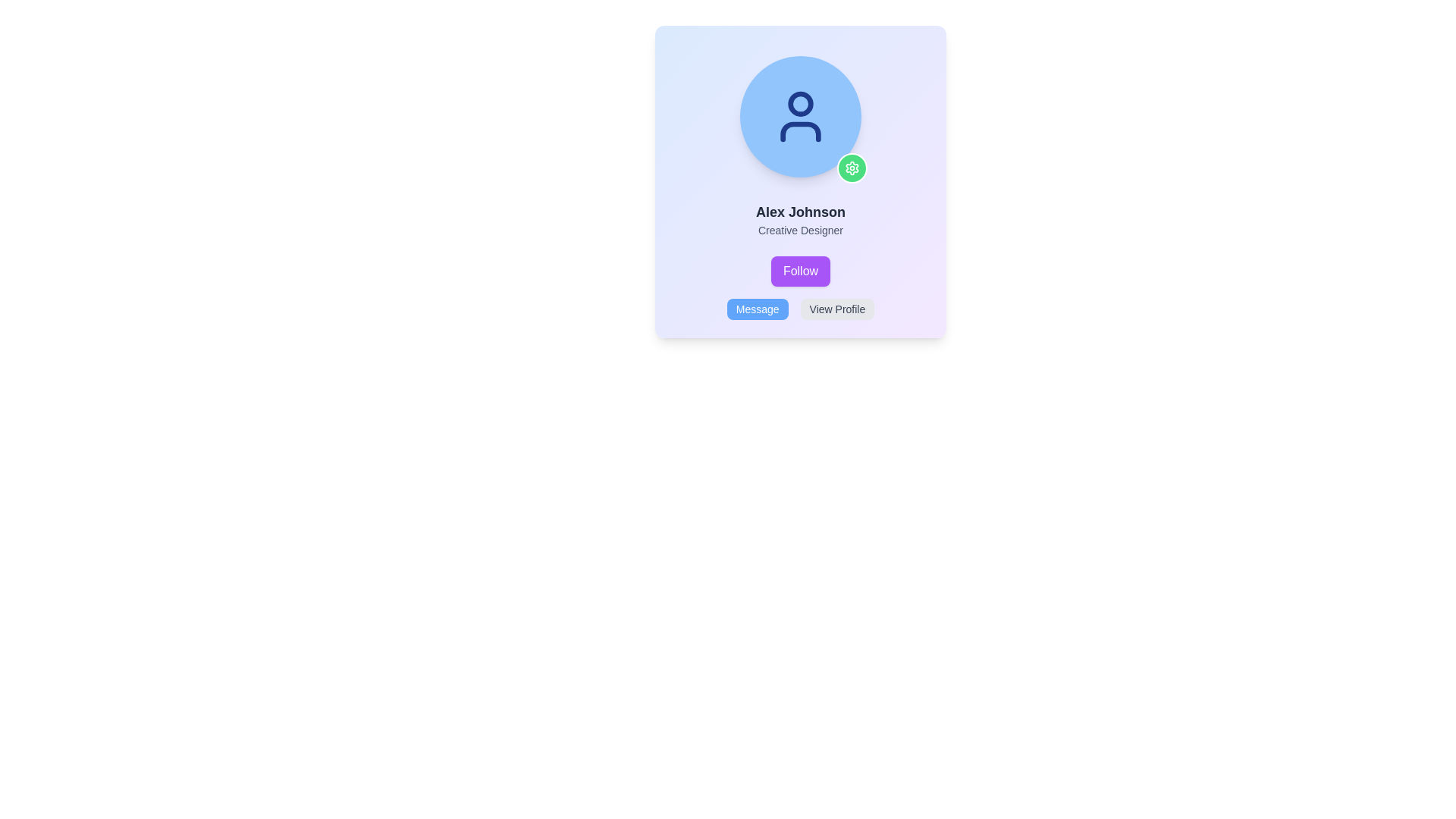 The width and height of the screenshot is (1456, 819). Describe the element at coordinates (800, 271) in the screenshot. I see `the 'Follow' button located in the center-bottom area of the user profile card to initiate following the profile user` at that location.